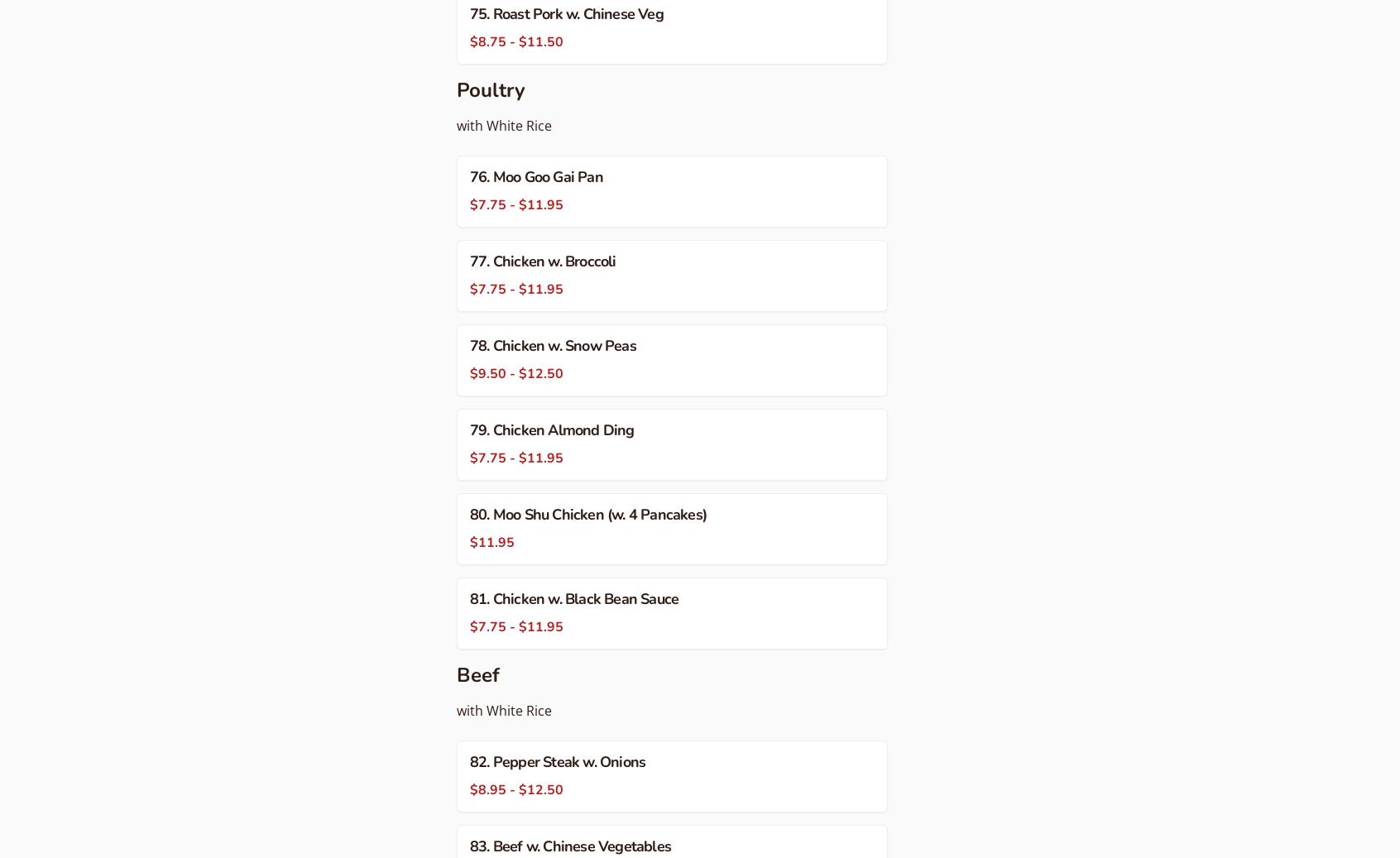  Describe the element at coordinates (536, 176) in the screenshot. I see `'76. Moo Goo Gai Pan'` at that location.